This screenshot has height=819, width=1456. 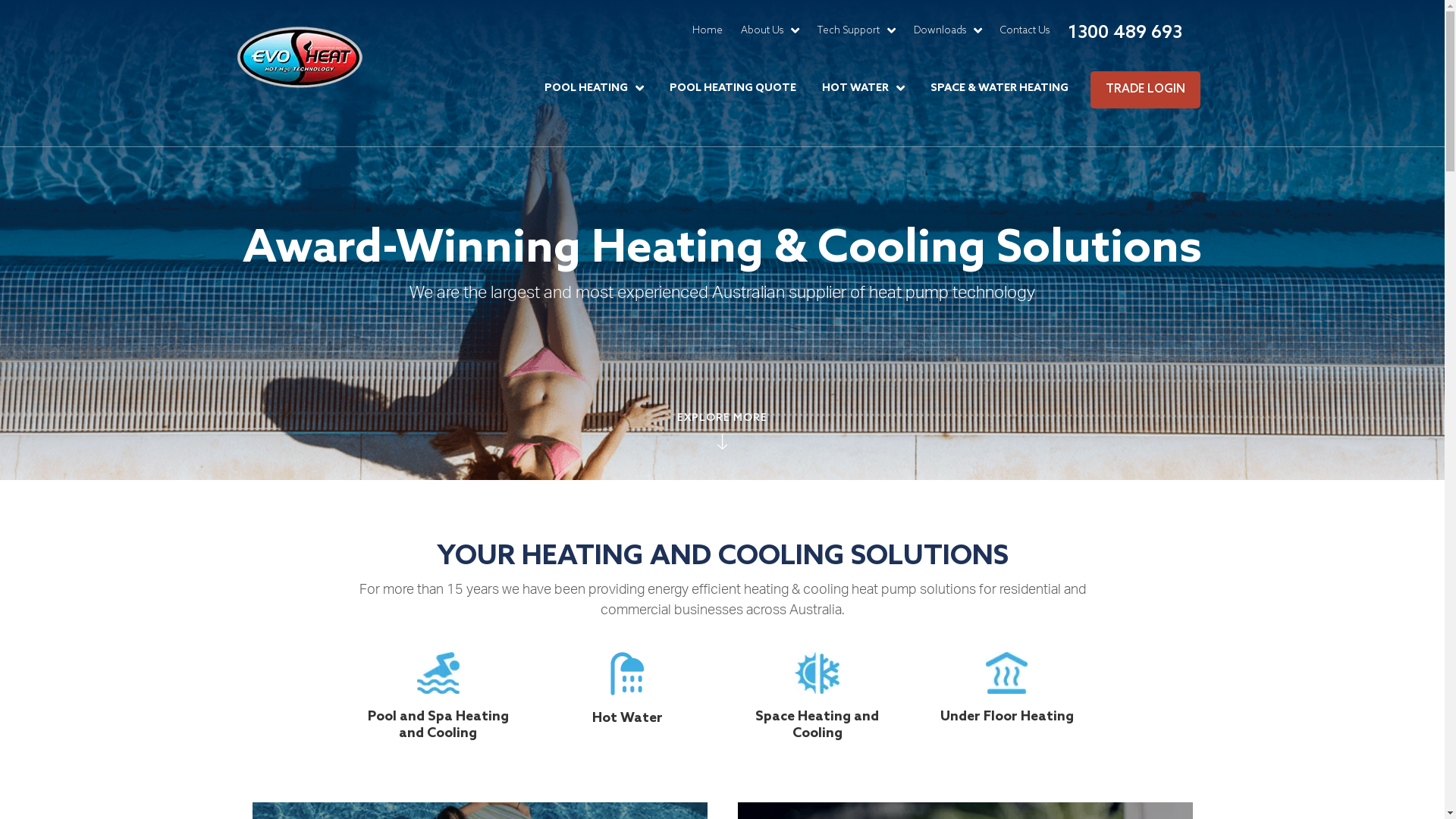 I want to click on 'Under Floor Heating', so click(x=1007, y=717).